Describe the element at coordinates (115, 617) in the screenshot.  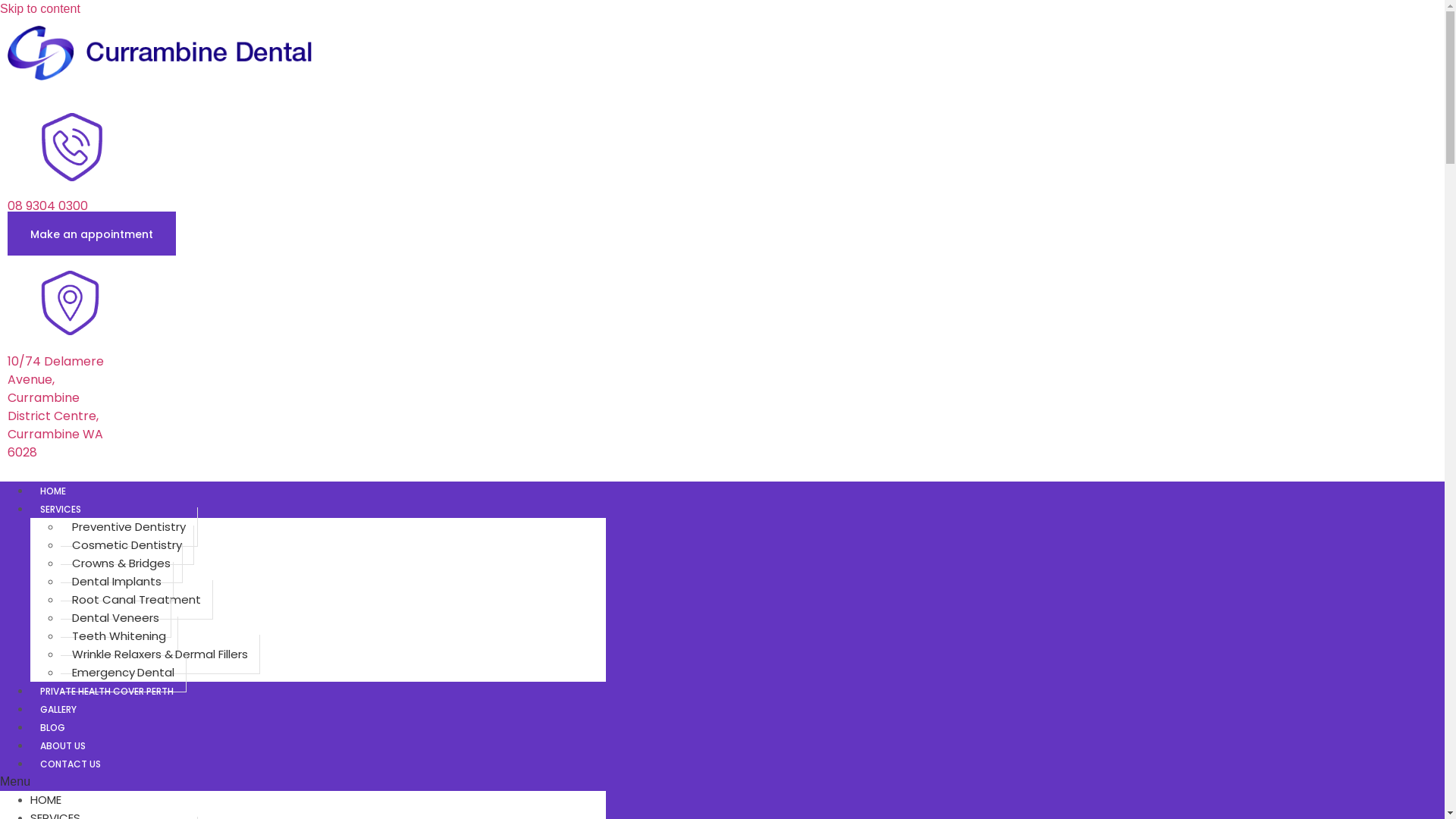
I see `'Dental Veneers'` at that location.